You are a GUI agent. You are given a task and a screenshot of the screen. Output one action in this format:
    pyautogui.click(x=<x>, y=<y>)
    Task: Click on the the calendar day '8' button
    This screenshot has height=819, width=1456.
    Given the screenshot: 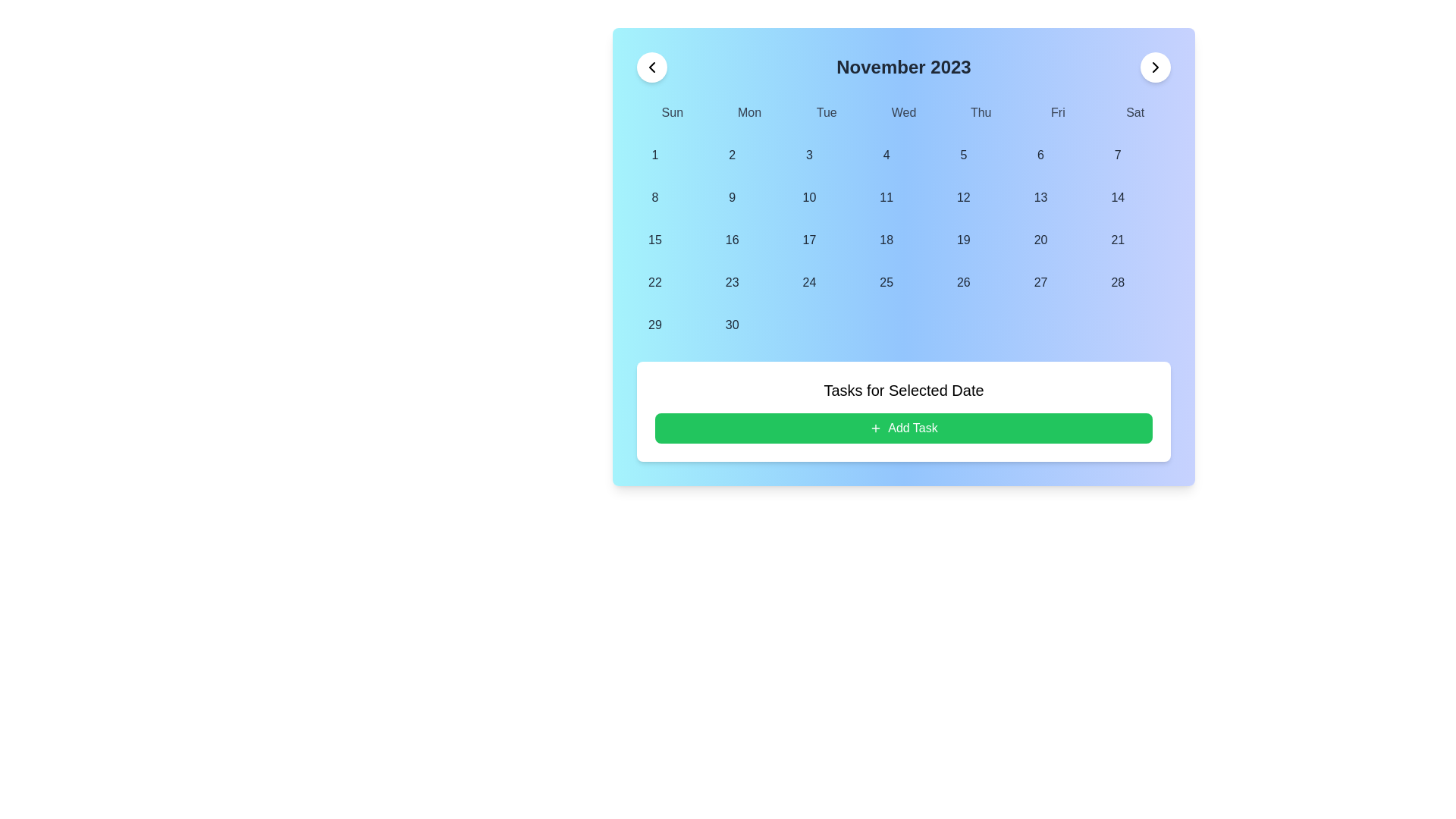 What is the action you would take?
    pyautogui.click(x=655, y=197)
    